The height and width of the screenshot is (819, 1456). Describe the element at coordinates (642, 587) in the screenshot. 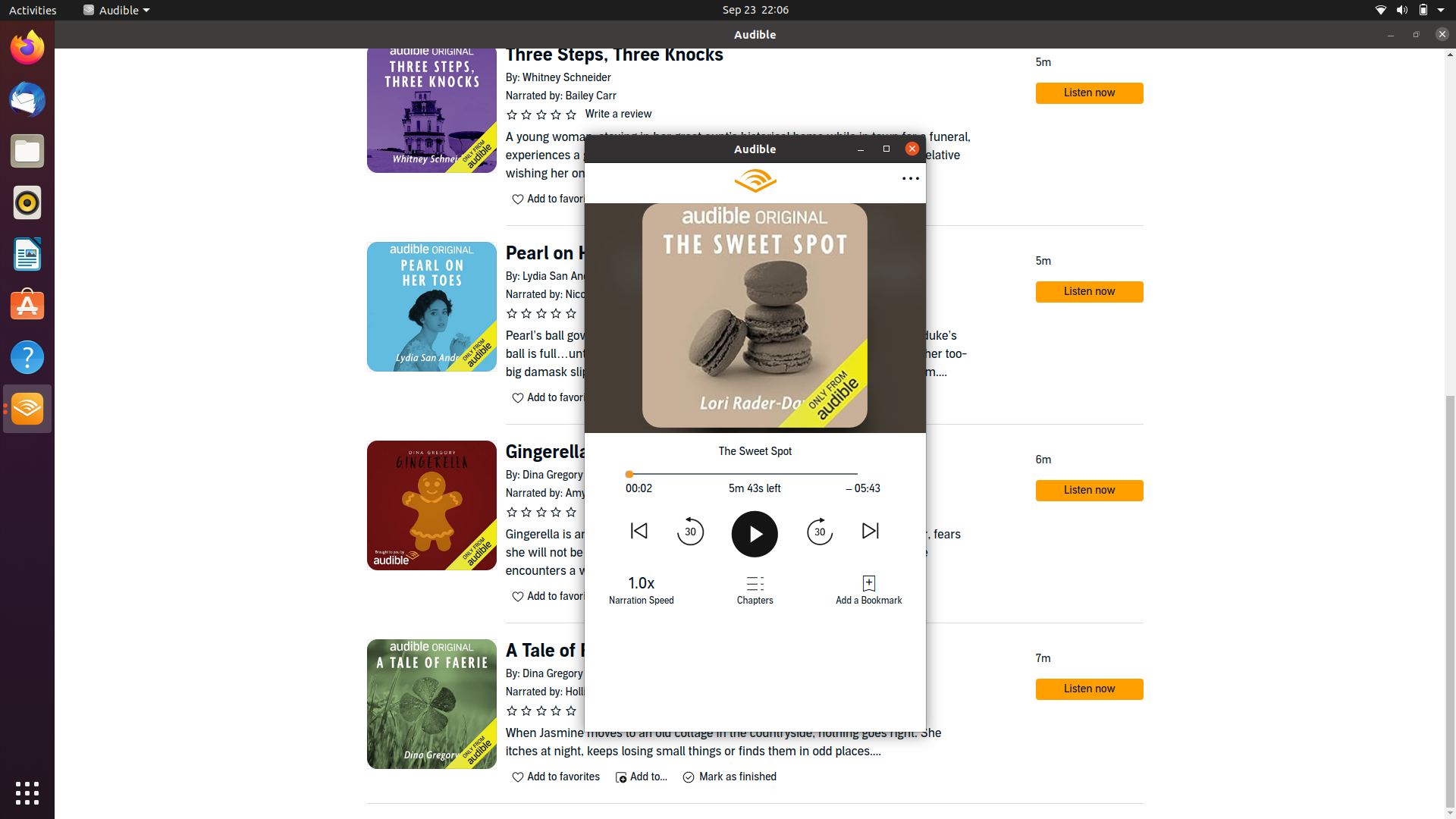

I see `Adjust the narration speed to the following level` at that location.